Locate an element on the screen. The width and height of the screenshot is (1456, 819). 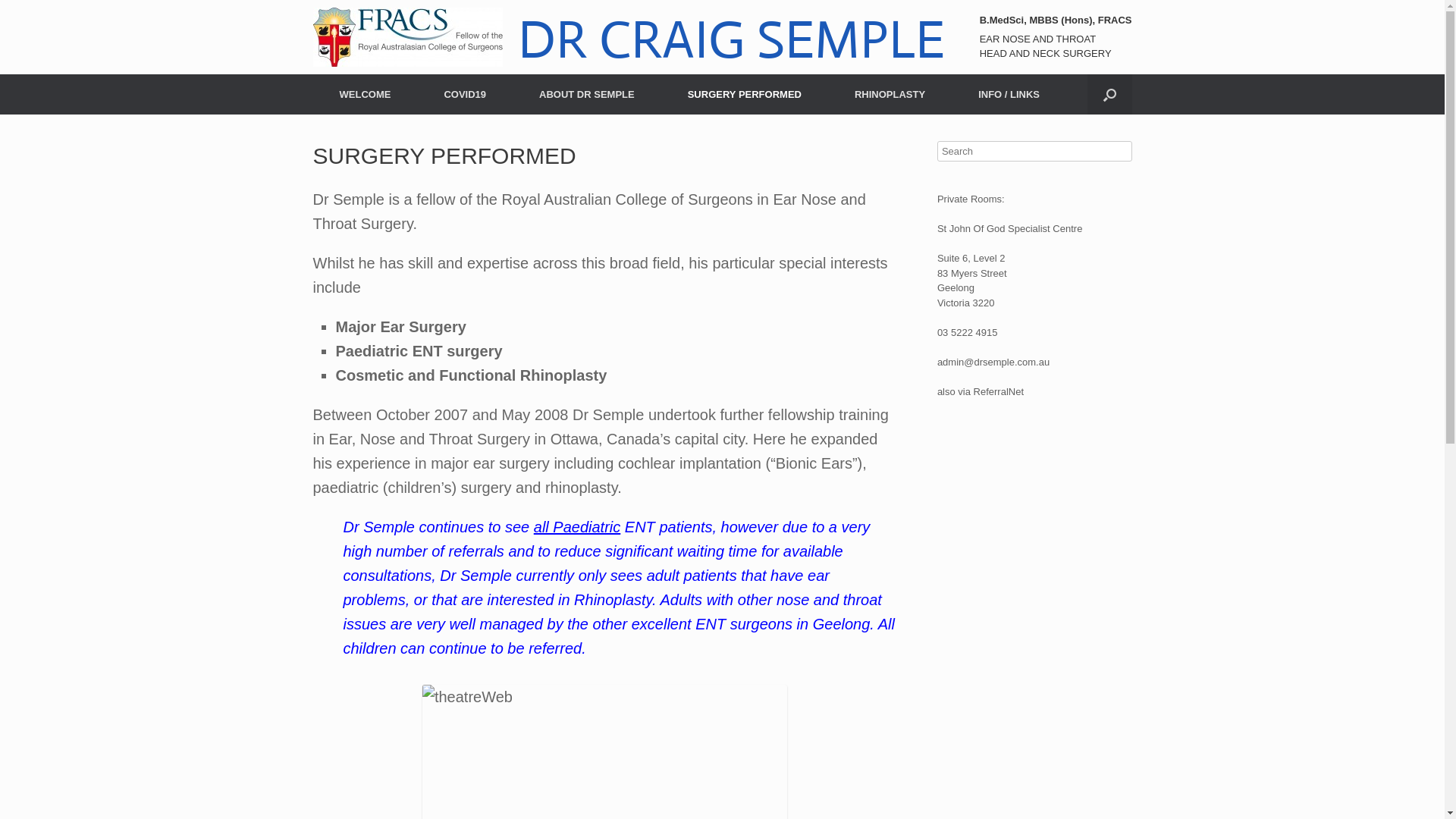
'INFO / LINKS' is located at coordinates (1009, 94).